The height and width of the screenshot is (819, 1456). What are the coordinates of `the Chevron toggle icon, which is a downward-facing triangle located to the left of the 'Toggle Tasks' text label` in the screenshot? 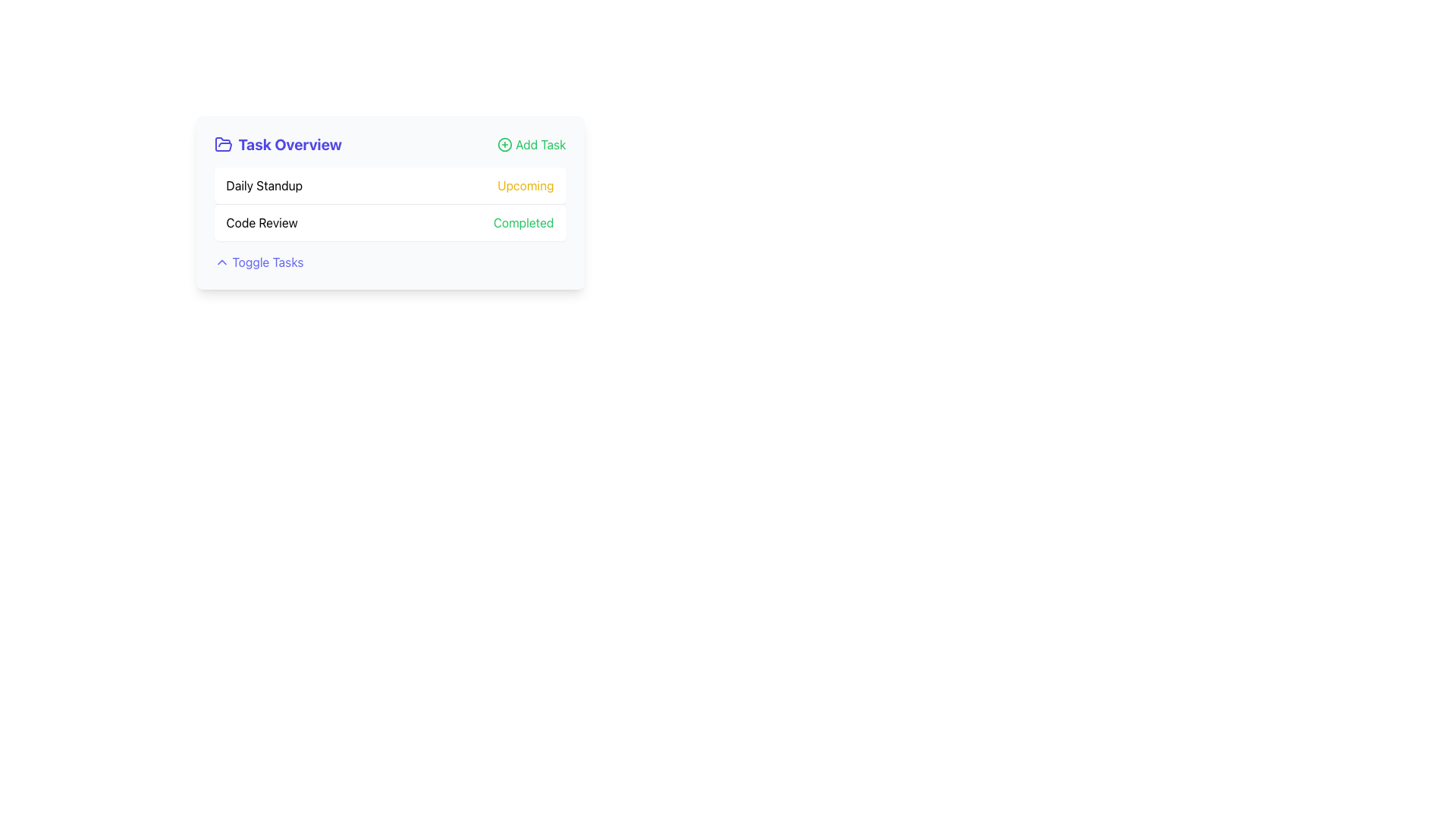 It's located at (221, 262).